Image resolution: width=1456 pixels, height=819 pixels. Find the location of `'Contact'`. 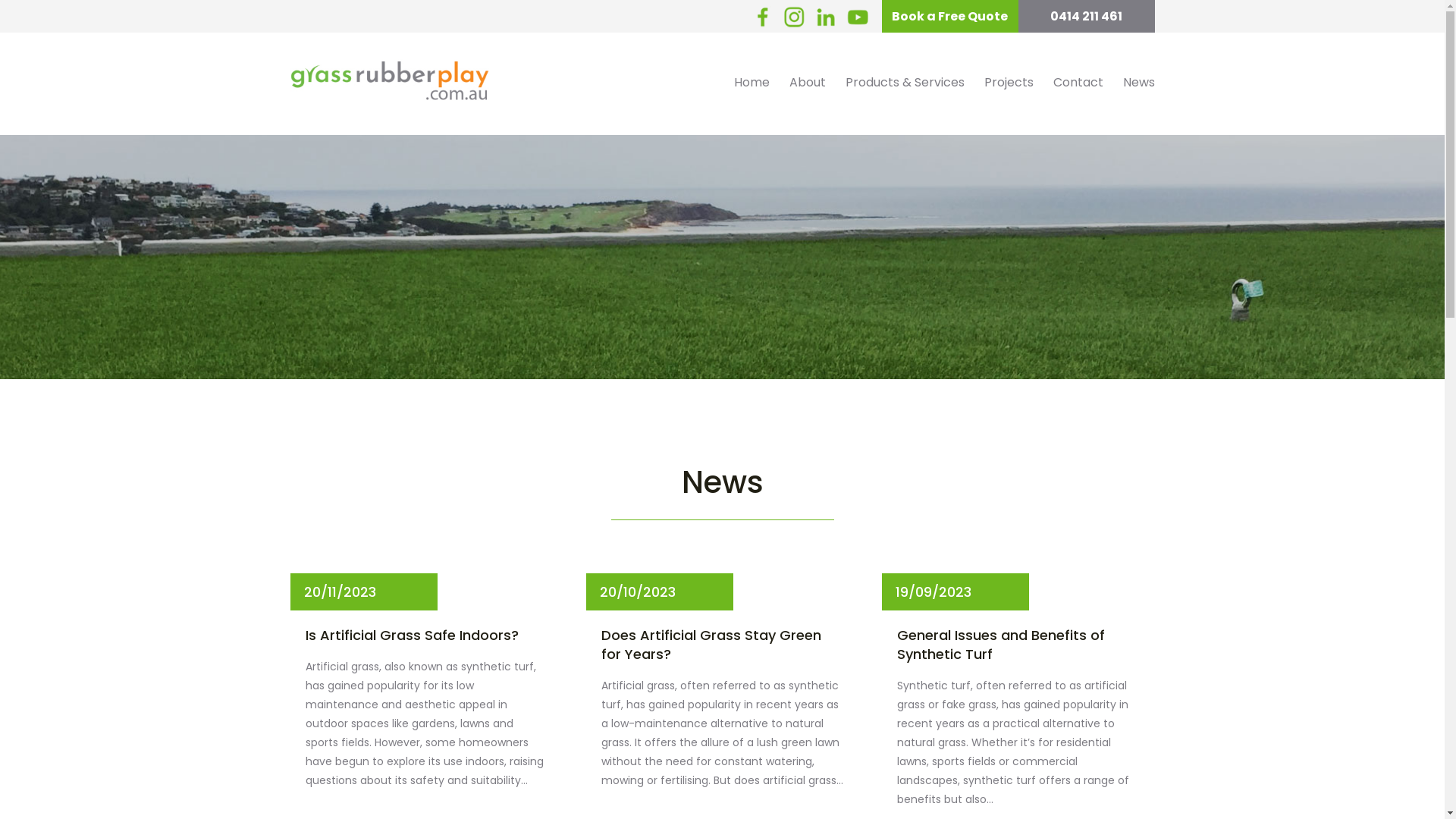

'Contact' is located at coordinates (1043, 82).